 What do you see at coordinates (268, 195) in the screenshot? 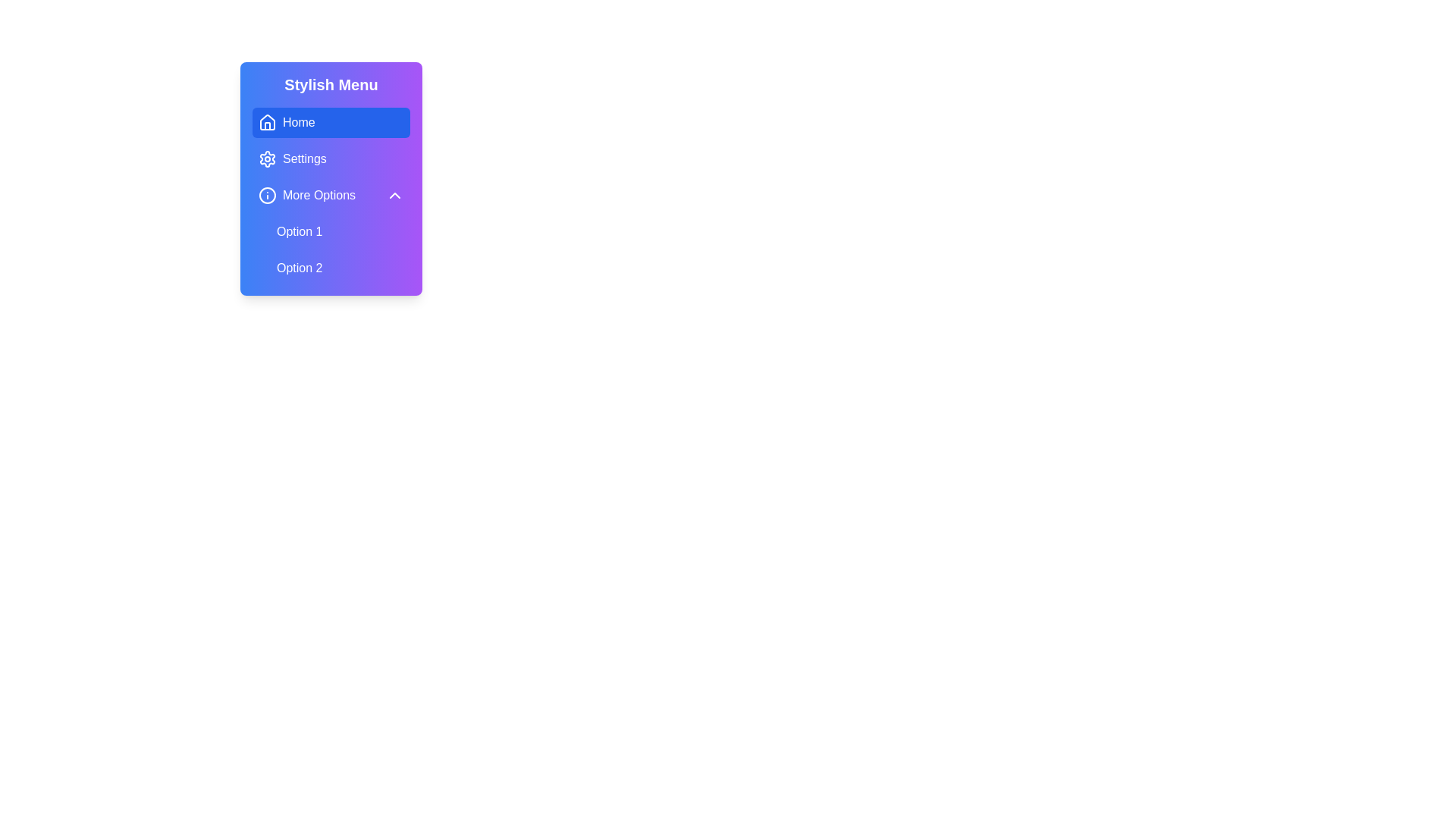
I see `the information icon styled as a circle with the letter 'i' in the center, located to the left of the 'More Options' label in the vertical menu` at bounding box center [268, 195].